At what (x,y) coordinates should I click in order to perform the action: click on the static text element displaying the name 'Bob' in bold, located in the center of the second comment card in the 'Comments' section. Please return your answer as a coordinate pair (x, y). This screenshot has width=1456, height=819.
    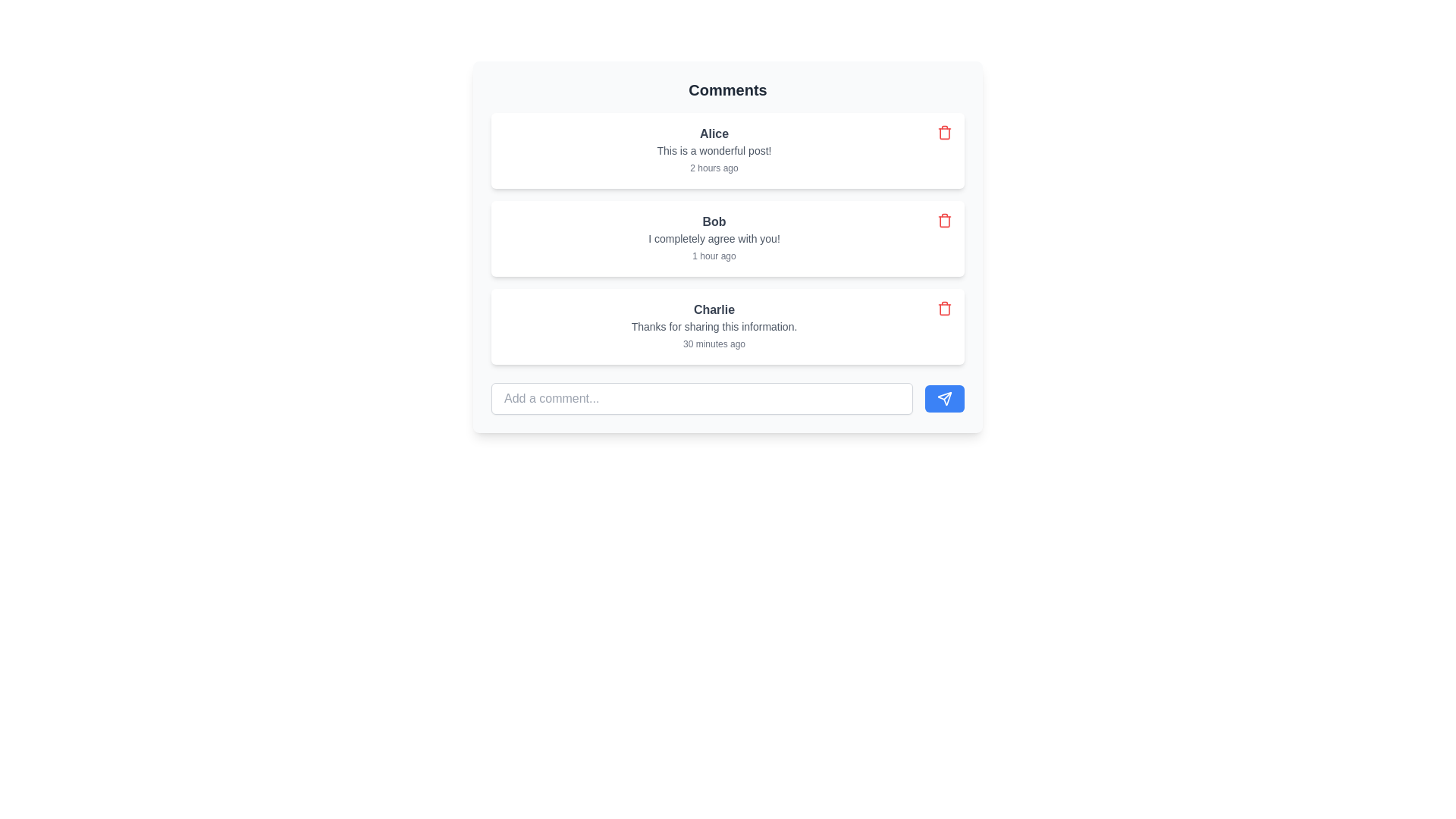
    Looking at the image, I should click on (713, 222).